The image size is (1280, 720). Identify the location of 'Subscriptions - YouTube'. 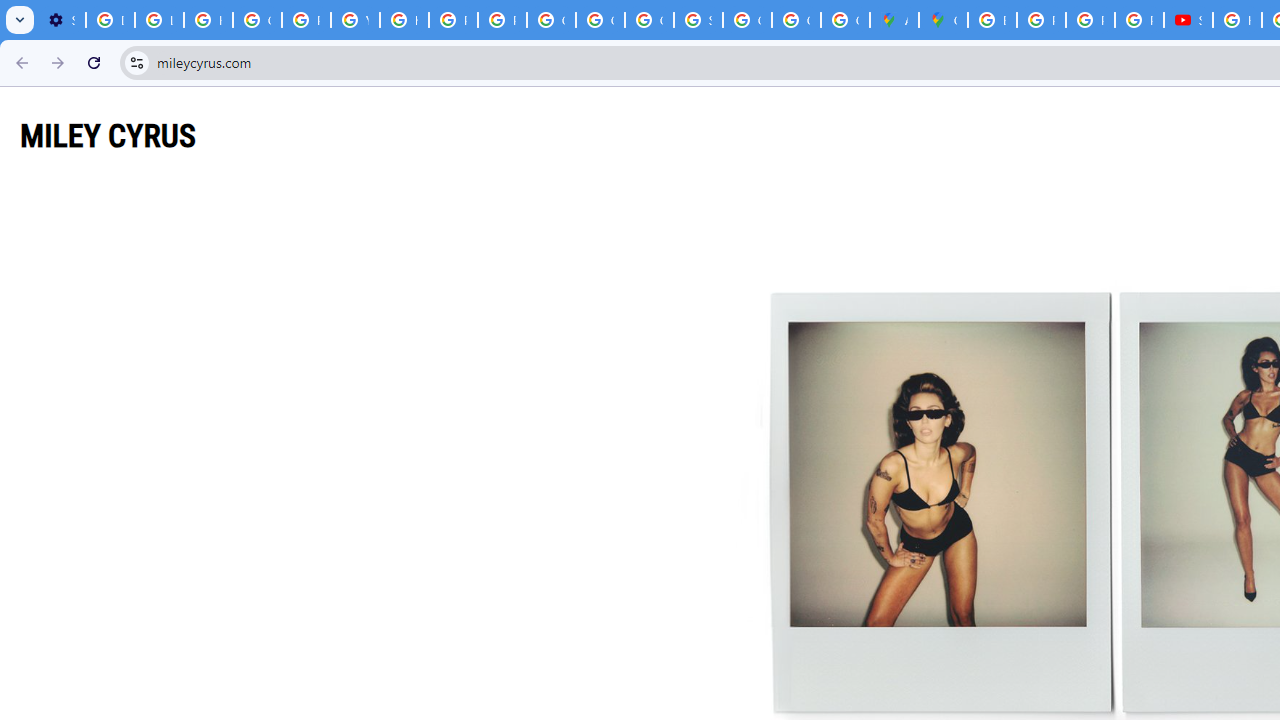
(1188, 20).